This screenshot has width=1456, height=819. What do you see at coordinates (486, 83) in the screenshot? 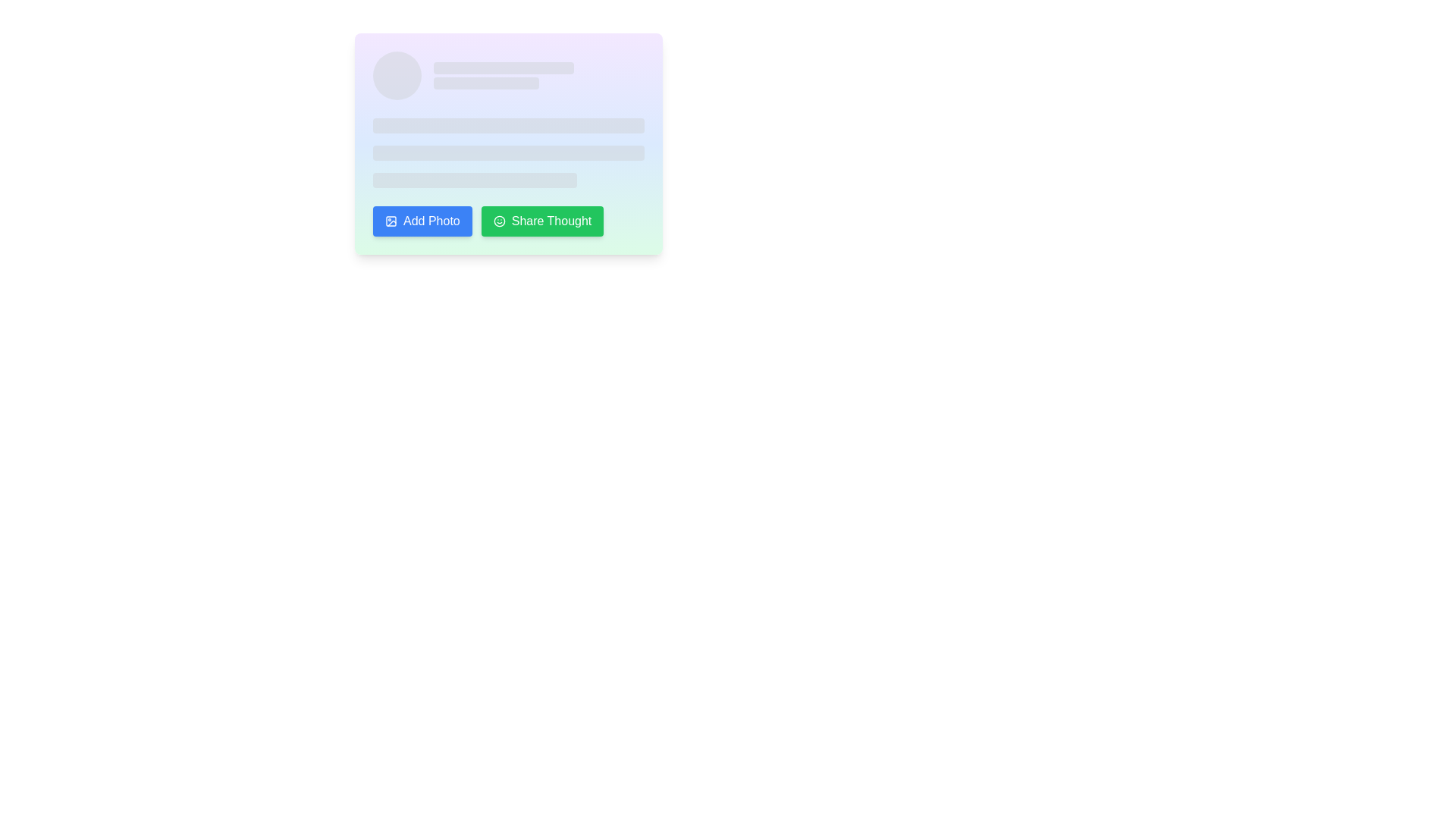
I see `the loading indicator bar, which is a light gray horizontal bar with rounded corners and a smooth animated pulse effect, located in the upper-central region of the interface below a similar bar` at bounding box center [486, 83].